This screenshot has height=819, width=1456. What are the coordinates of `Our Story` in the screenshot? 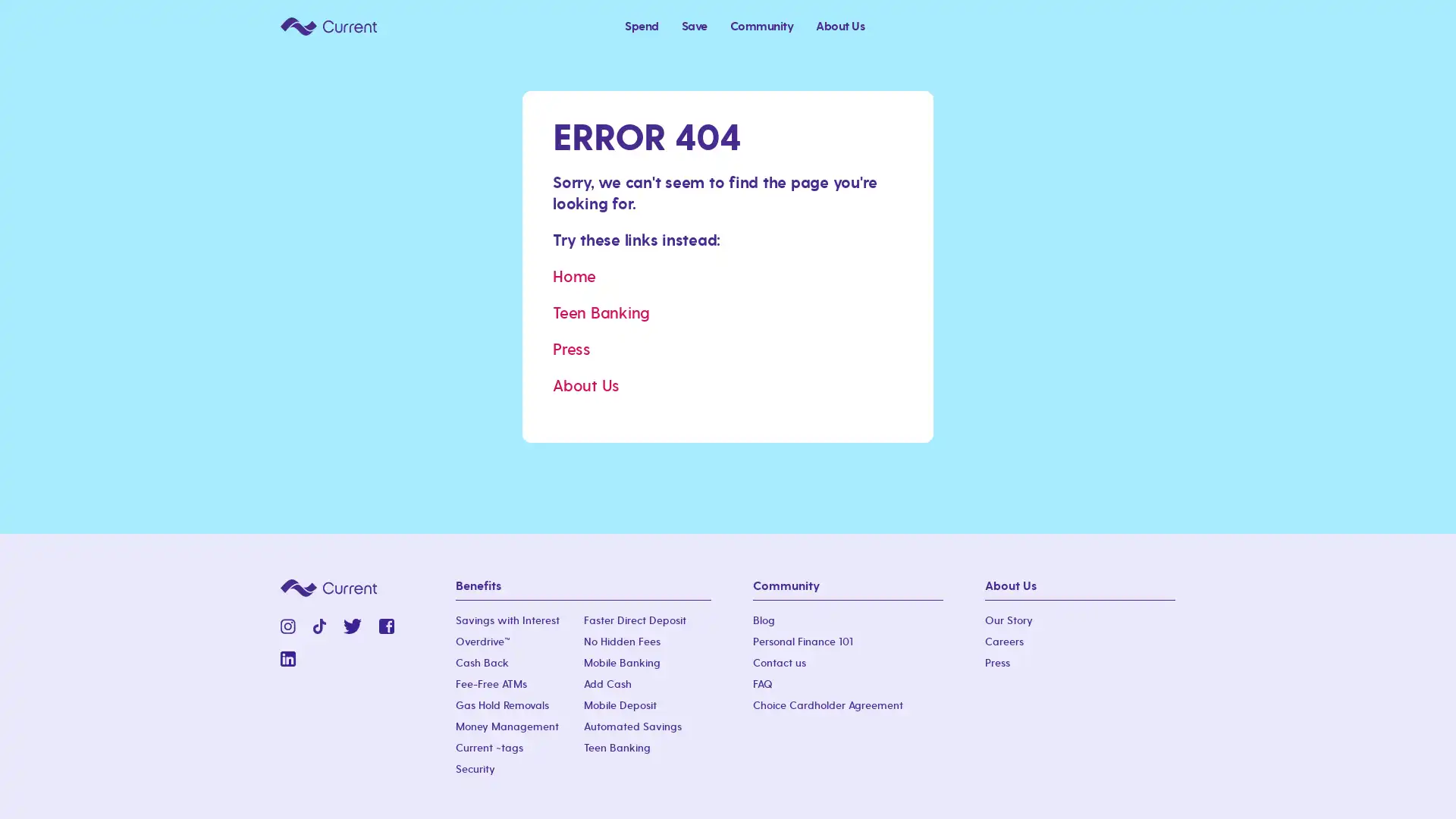 It's located at (1009, 620).